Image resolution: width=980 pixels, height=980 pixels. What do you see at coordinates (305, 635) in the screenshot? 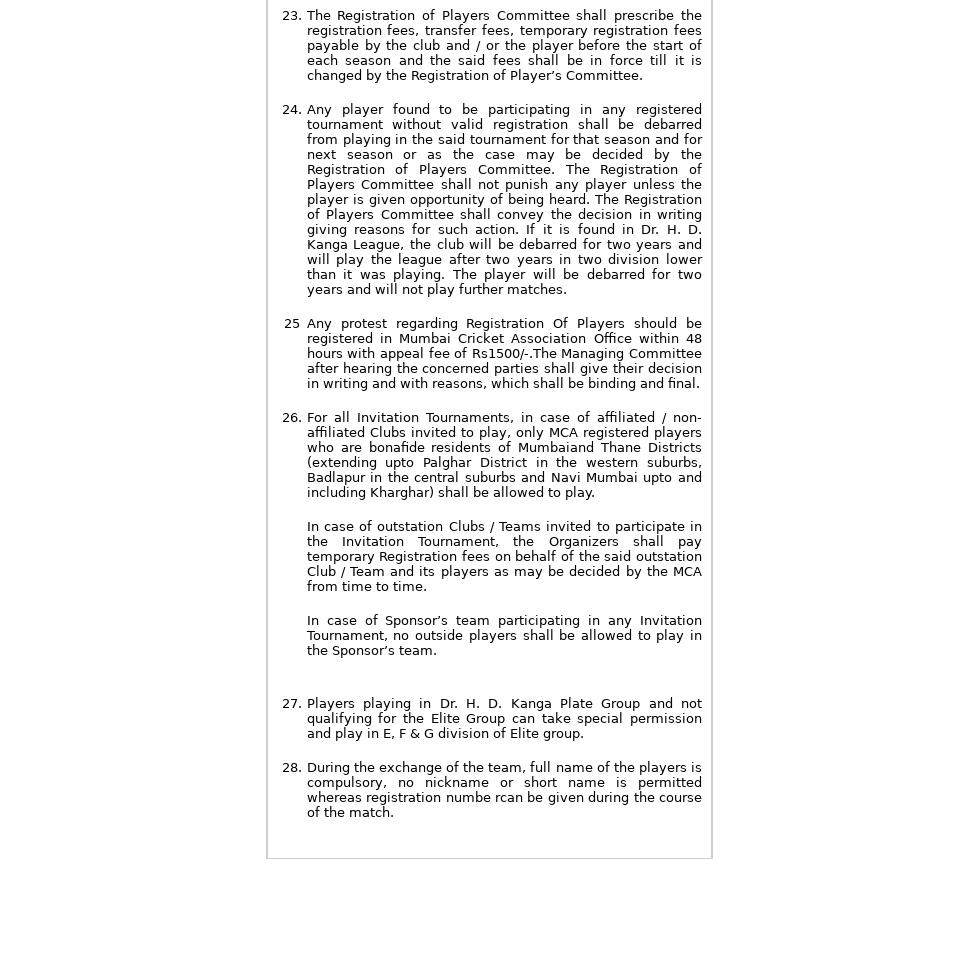
I see `'In case of Sponsor’s team participating in any Invitation Tournament, no outside players shall be allowed to play in the Sponsor’s team.'` at bounding box center [305, 635].